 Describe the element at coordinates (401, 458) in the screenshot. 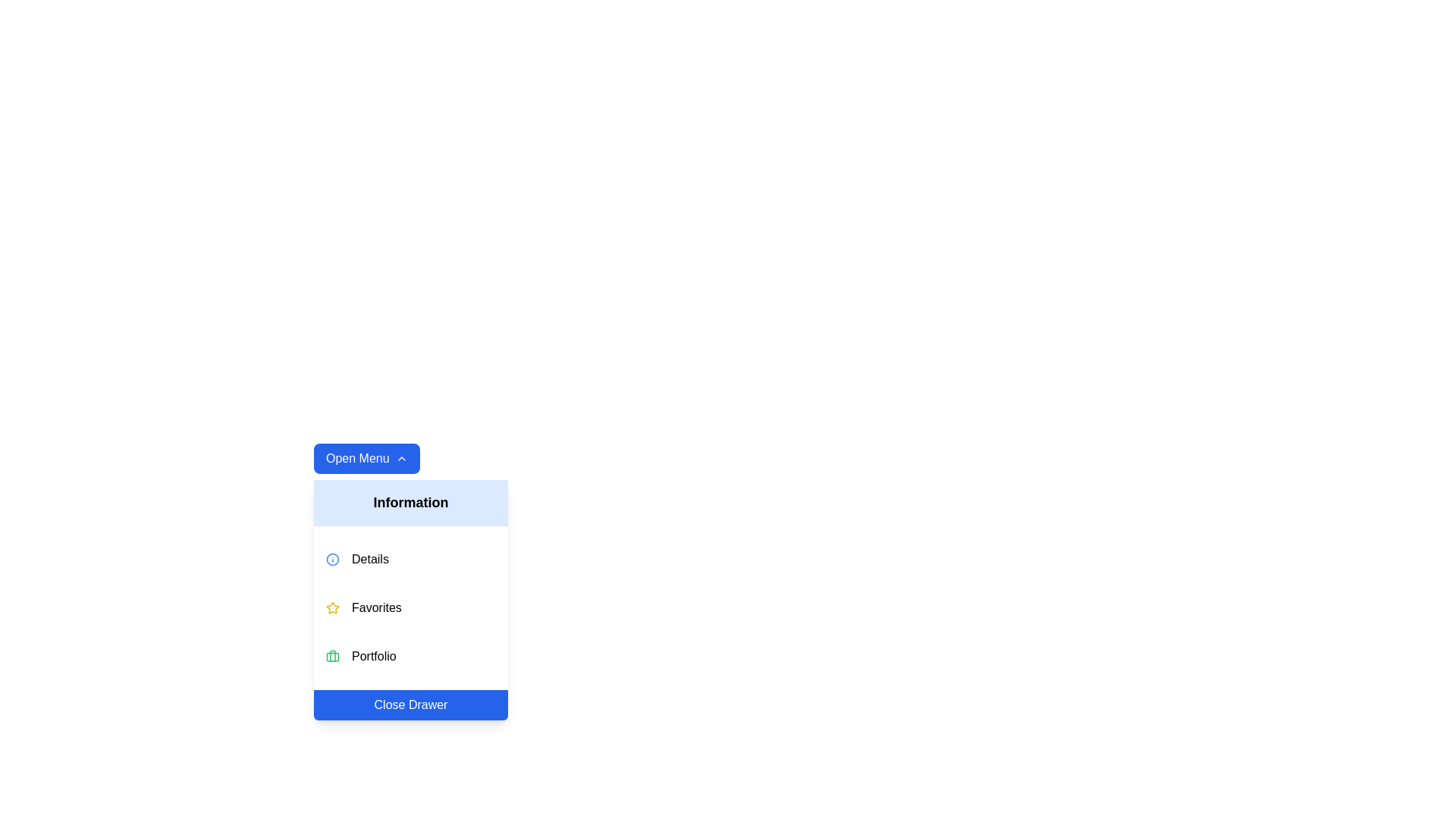

I see `the expandable menu icon located to the right of the 'Open Menu' button near the top left of the menu interface` at that location.